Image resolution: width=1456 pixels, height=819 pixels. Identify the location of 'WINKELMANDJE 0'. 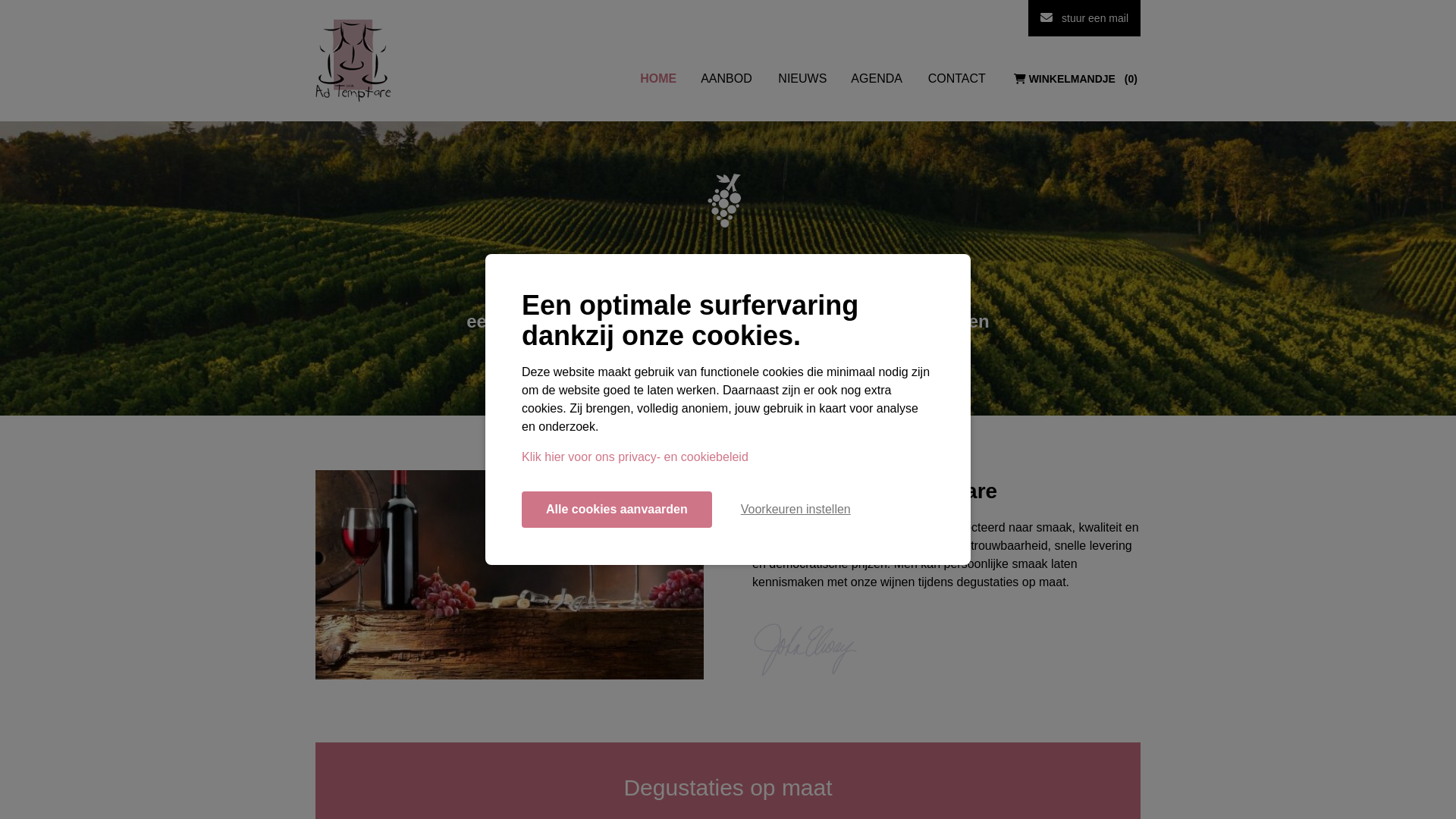
(1075, 79).